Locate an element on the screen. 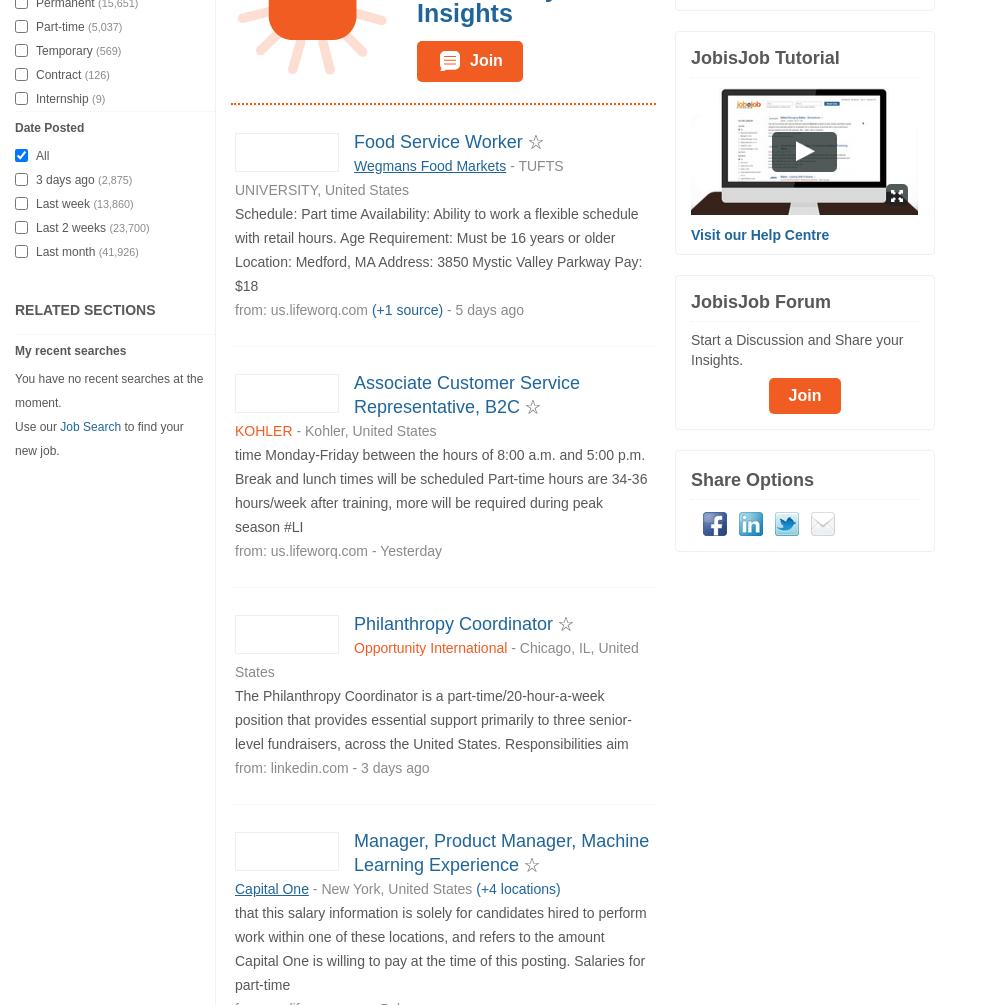 The height and width of the screenshot is (1005, 995). 'Chicago, IL, United States' is located at coordinates (235, 657).